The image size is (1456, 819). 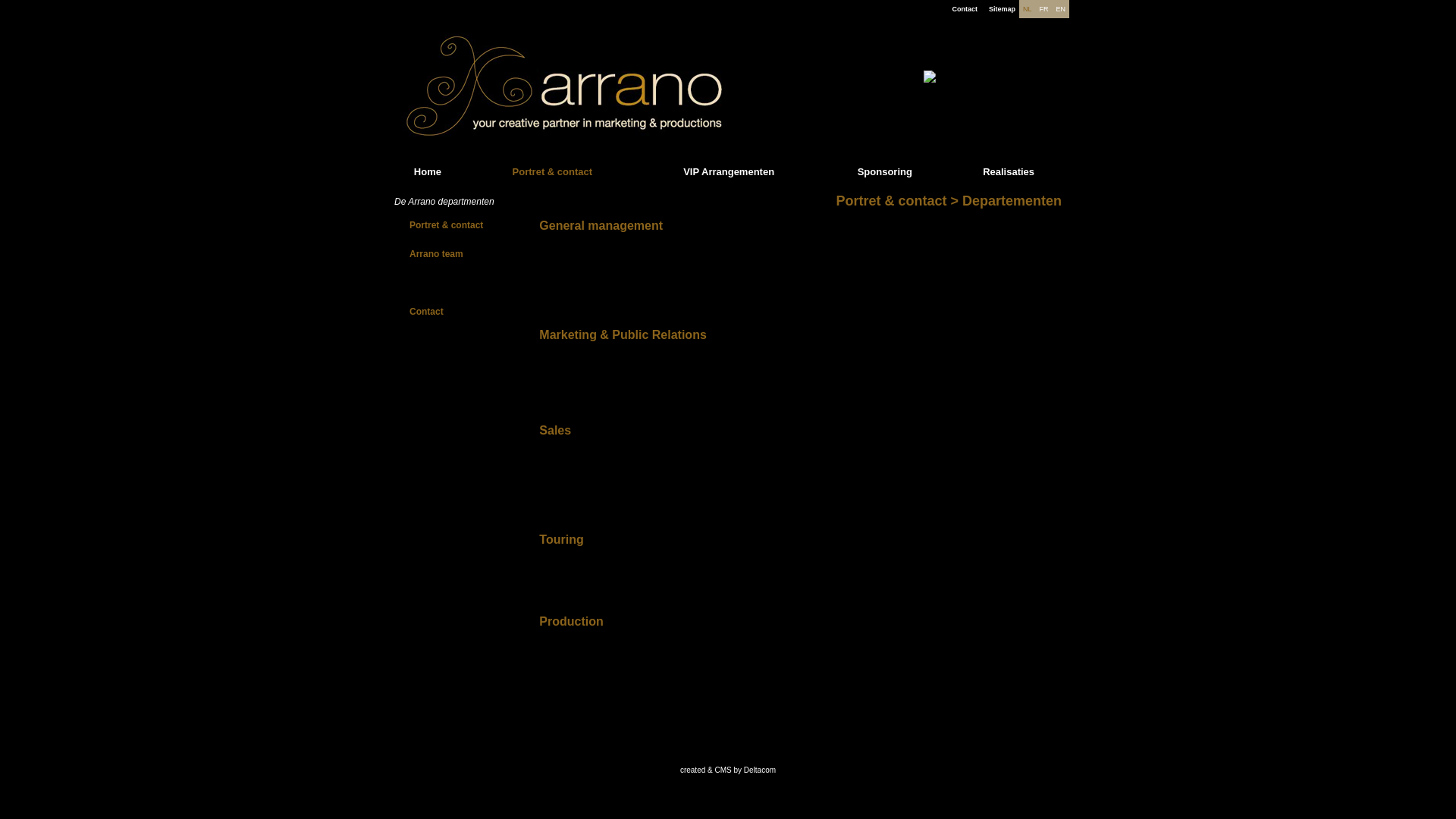 I want to click on 'Realisaties', so click(x=1008, y=171).